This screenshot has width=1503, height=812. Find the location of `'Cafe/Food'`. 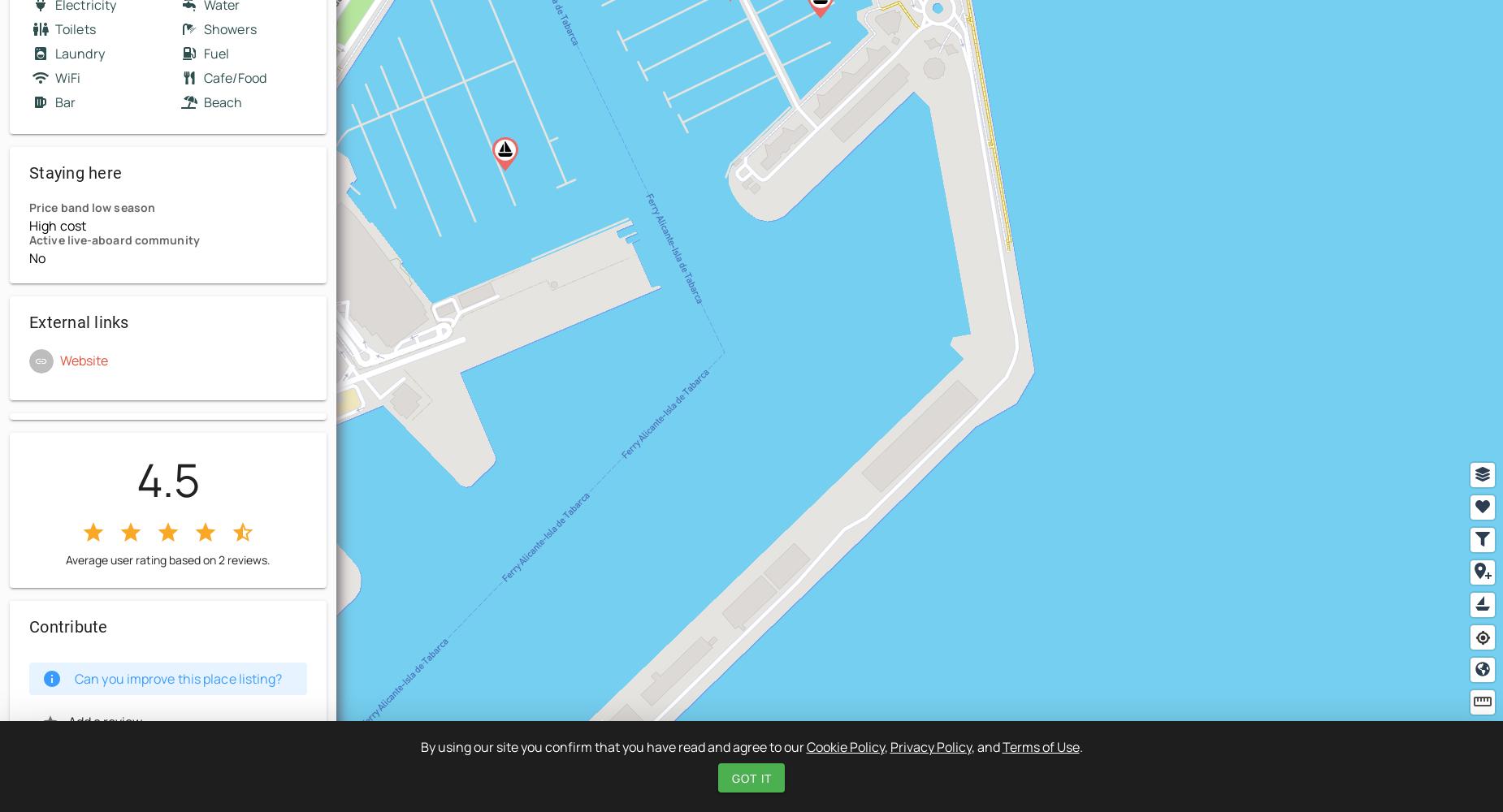

'Cafe/Food' is located at coordinates (233, 77).